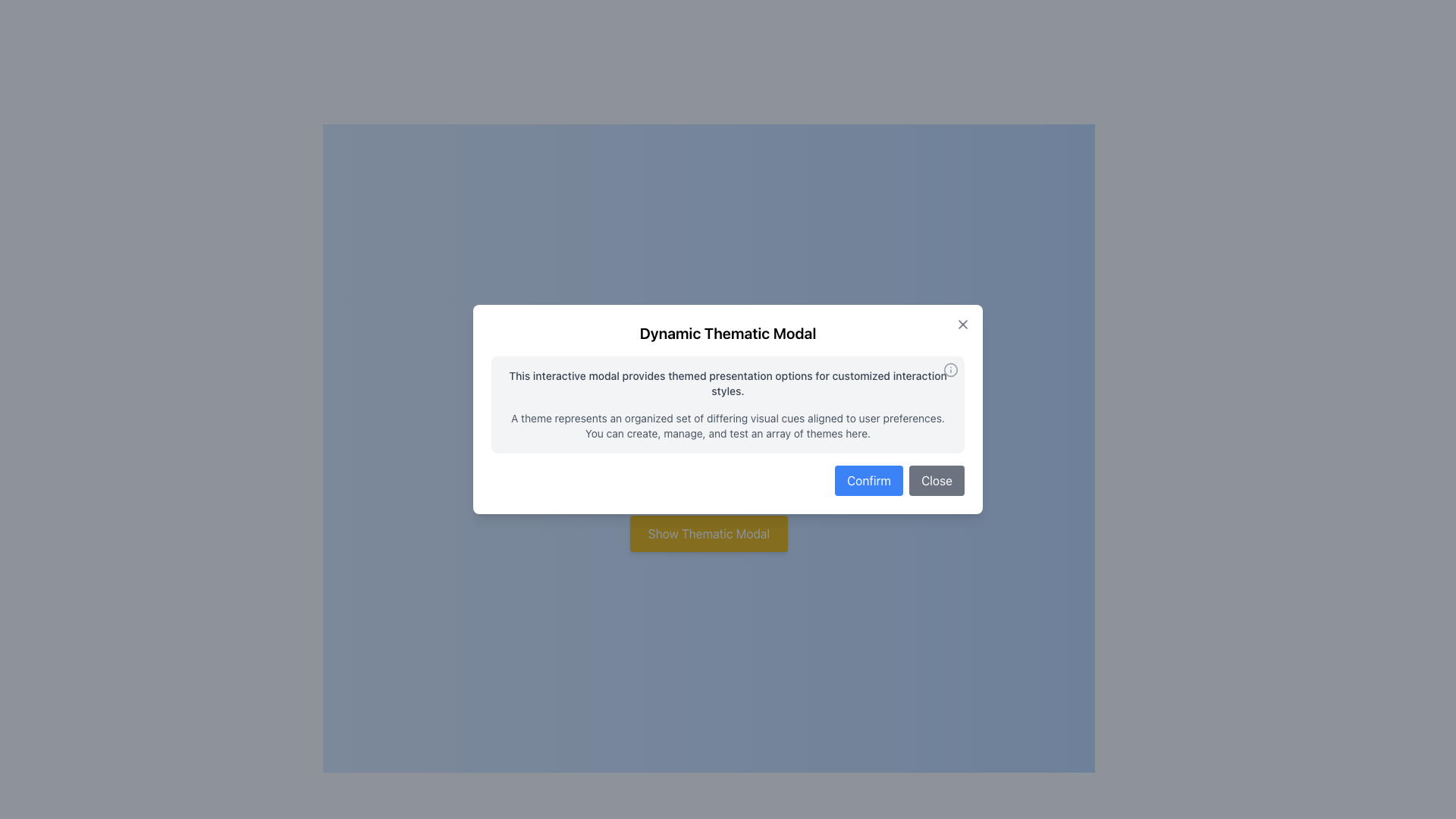  What do you see at coordinates (949, 370) in the screenshot?
I see `the circular gray icon button in the top-right corner of the modal box` at bounding box center [949, 370].